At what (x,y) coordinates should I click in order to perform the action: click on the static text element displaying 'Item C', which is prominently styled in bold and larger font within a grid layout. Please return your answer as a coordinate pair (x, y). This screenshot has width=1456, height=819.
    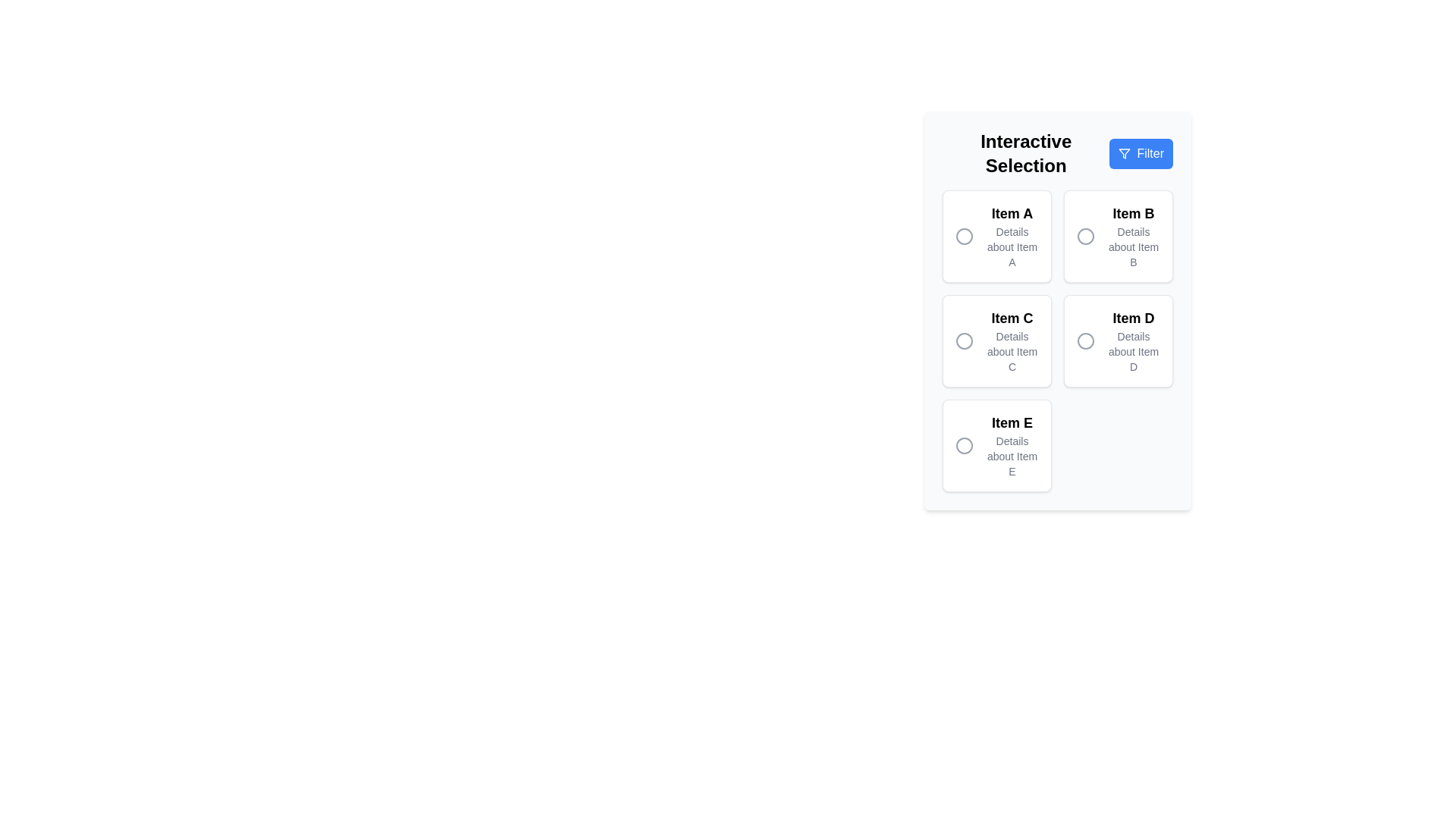
    Looking at the image, I should click on (1012, 318).